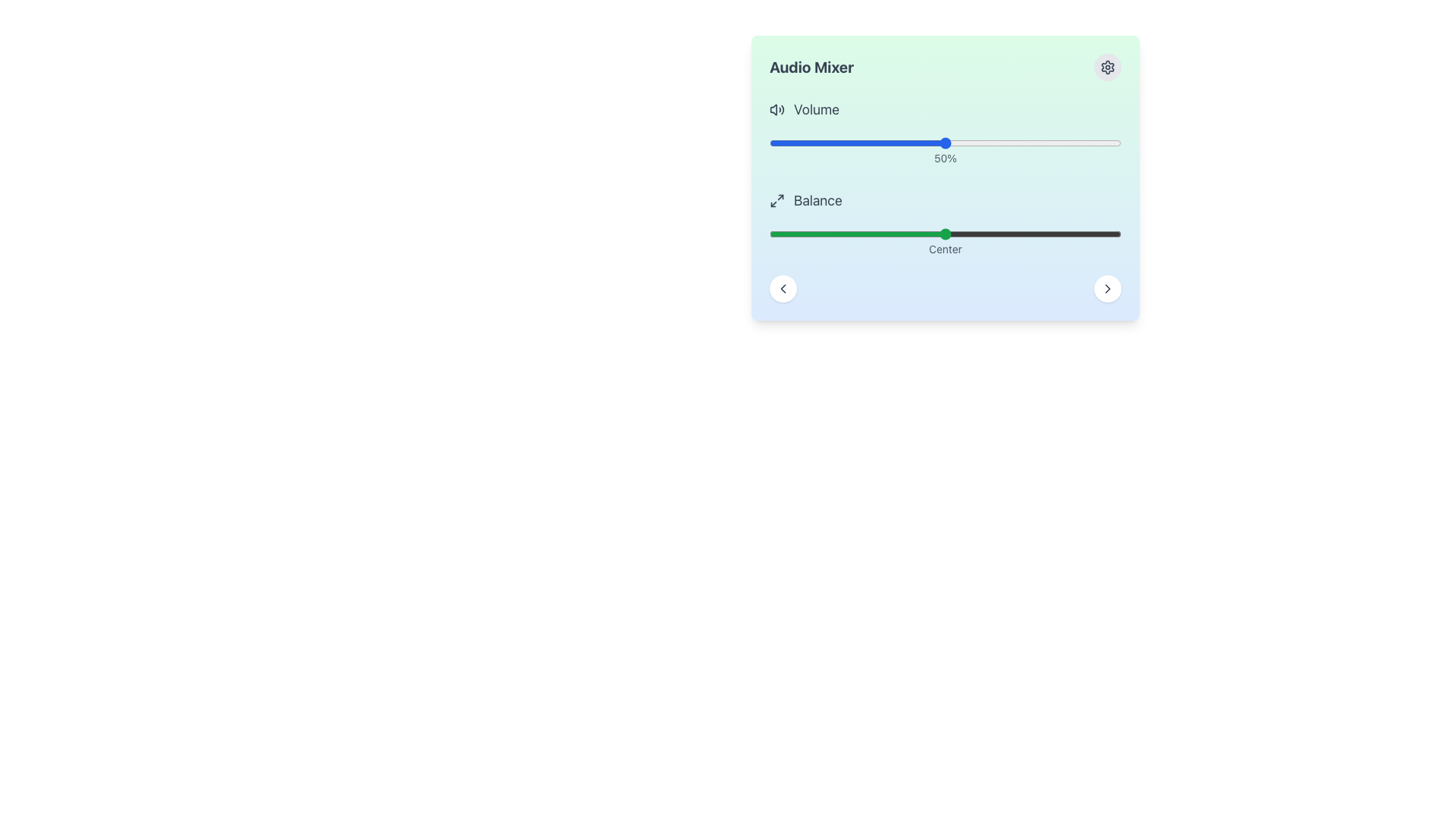 The width and height of the screenshot is (1456, 819). I want to click on and drag the handle of the Volume slider to adjust the volume level from 0% to 100%. The slider is located in the Audio Mixer interface, below the 'Volume' label and speaker icon, so click(945, 143).